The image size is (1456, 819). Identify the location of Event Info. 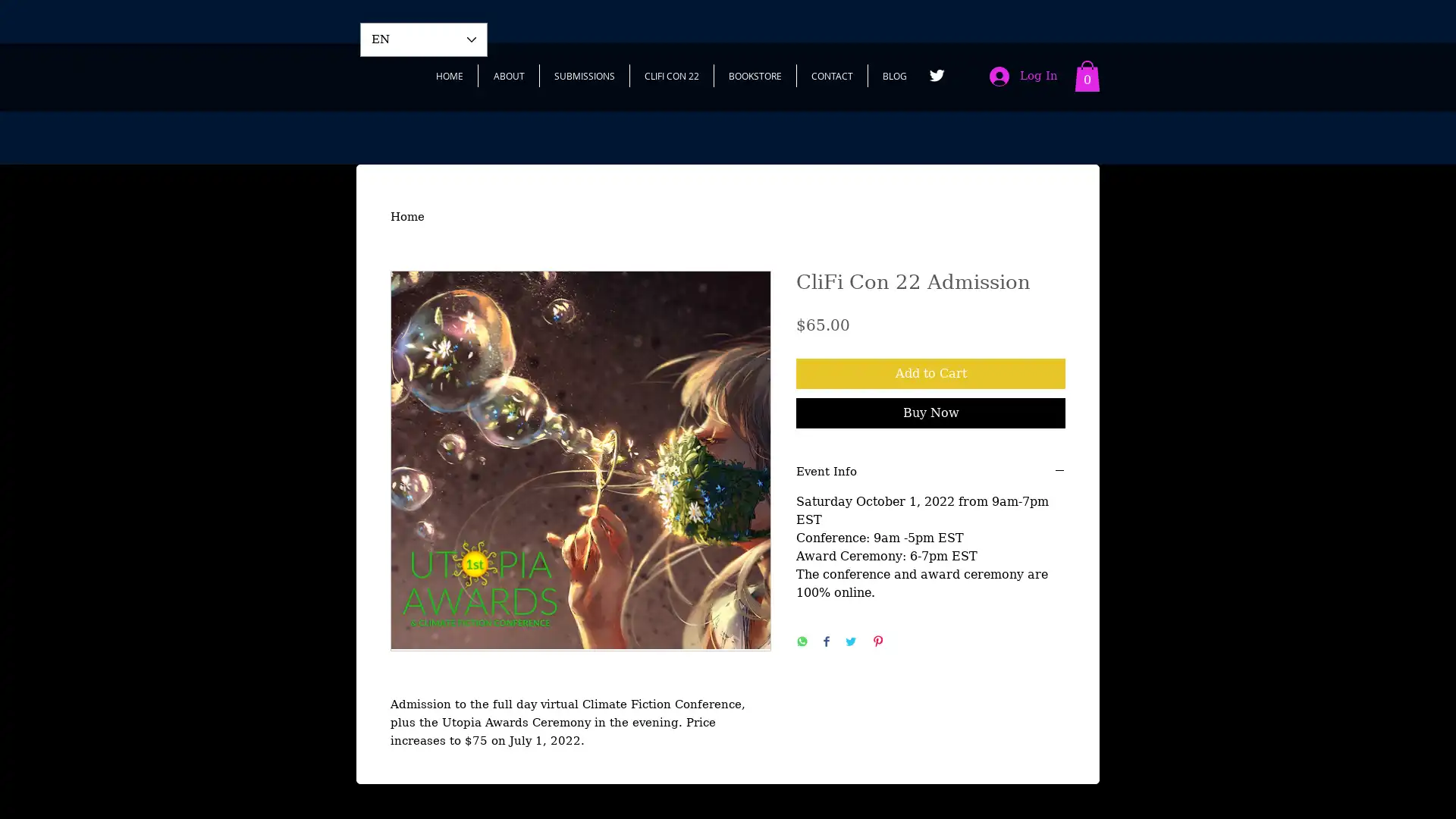
(930, 471).